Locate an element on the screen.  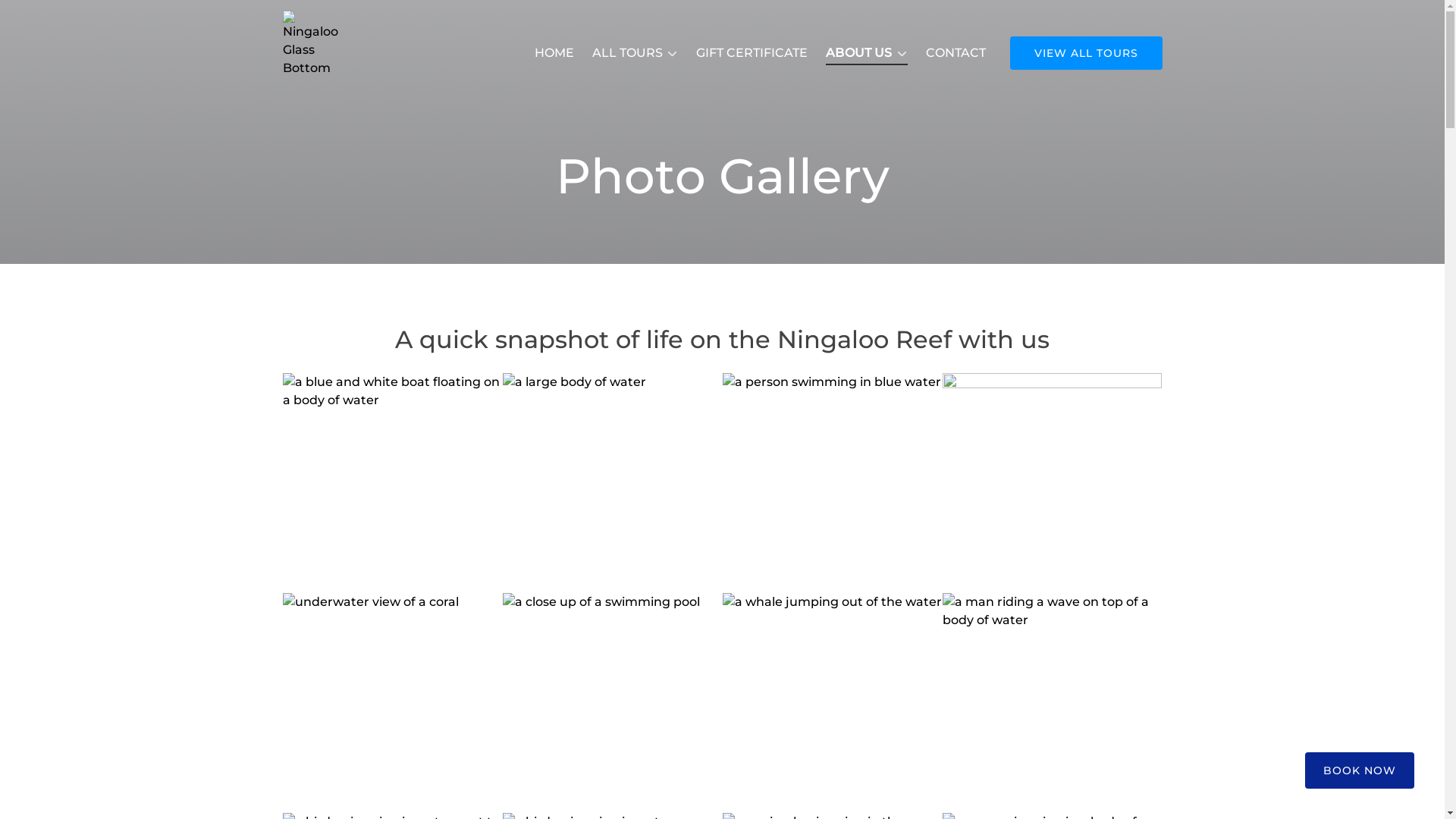
'DCIM100MEDIADJI_0072.JPG' is located at coordinates (611, 702).